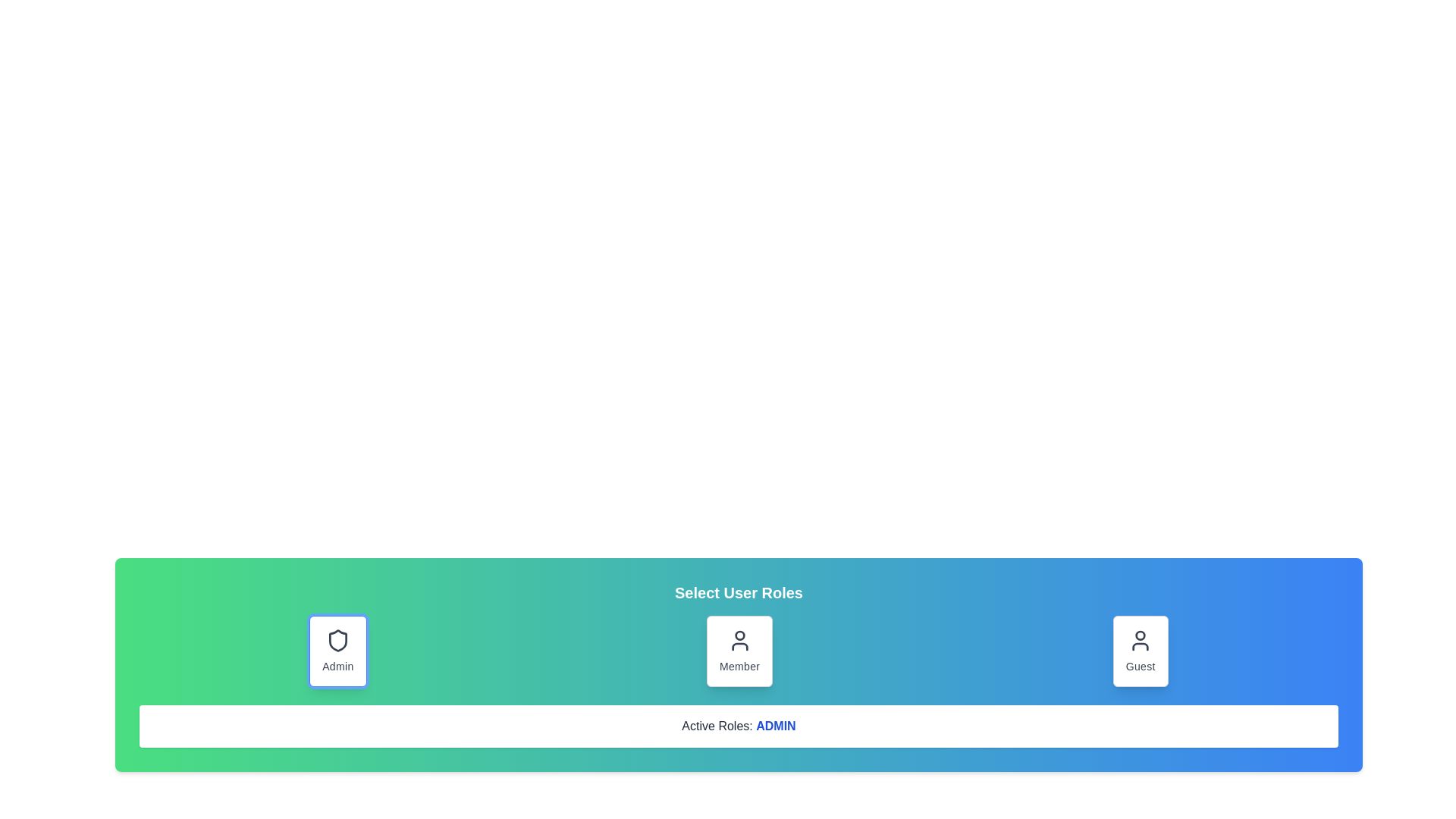 The height and width of the screenshot is (819, 1456). I want to click on the role button Admin to inspect its hover and focus effects, so click(337, 651).